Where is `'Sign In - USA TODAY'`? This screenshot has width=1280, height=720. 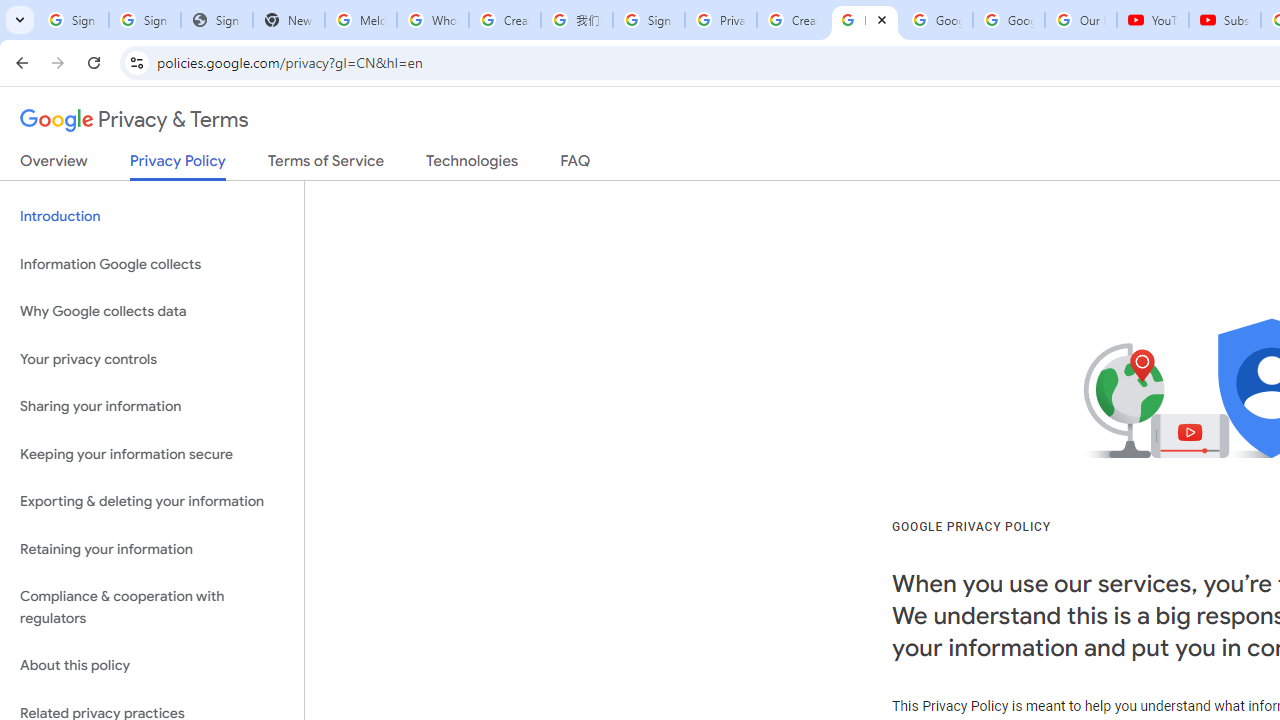
'Sign In - USA TODAY' is located at coordinates (216, 20).